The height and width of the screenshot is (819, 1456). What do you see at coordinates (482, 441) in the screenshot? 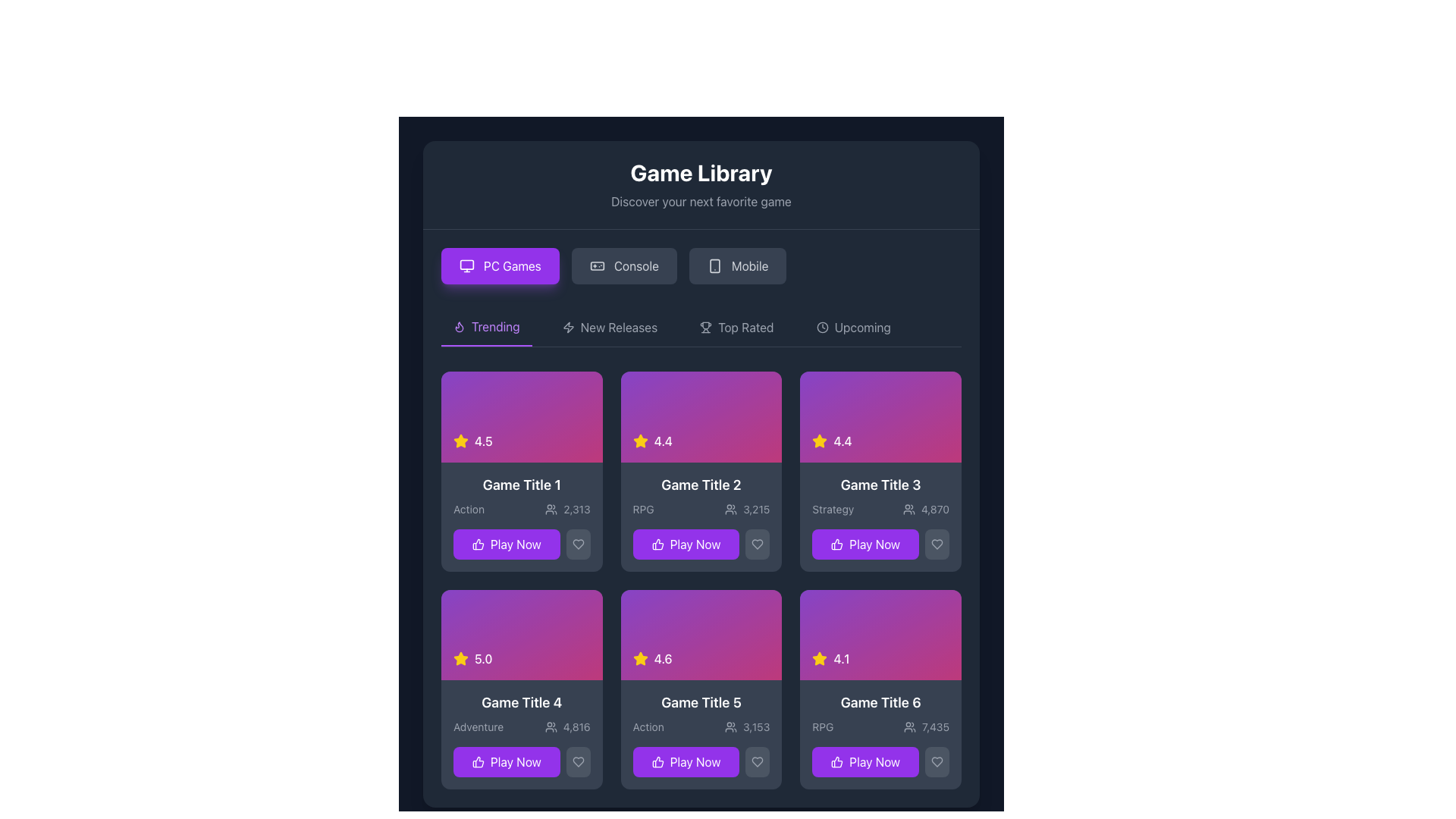
I see `the text element displaying '4.5' in white font, located to the right of a yellow star icon under the 'Game Title 1' card` at bounding box center [482, 441].